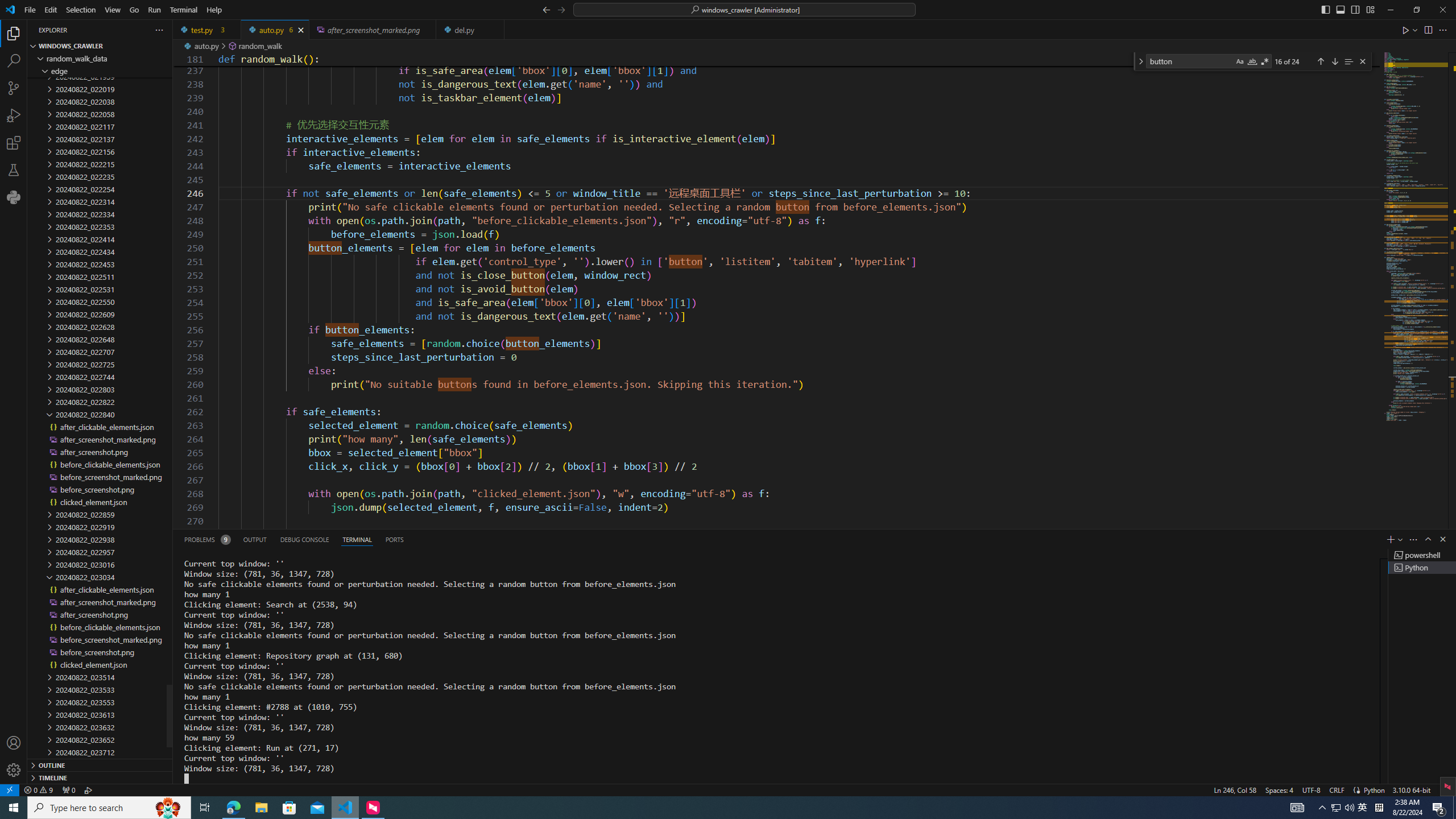  Describe the element at coordinates (30, 9) in the screenshot. I see `'File'` at that location.